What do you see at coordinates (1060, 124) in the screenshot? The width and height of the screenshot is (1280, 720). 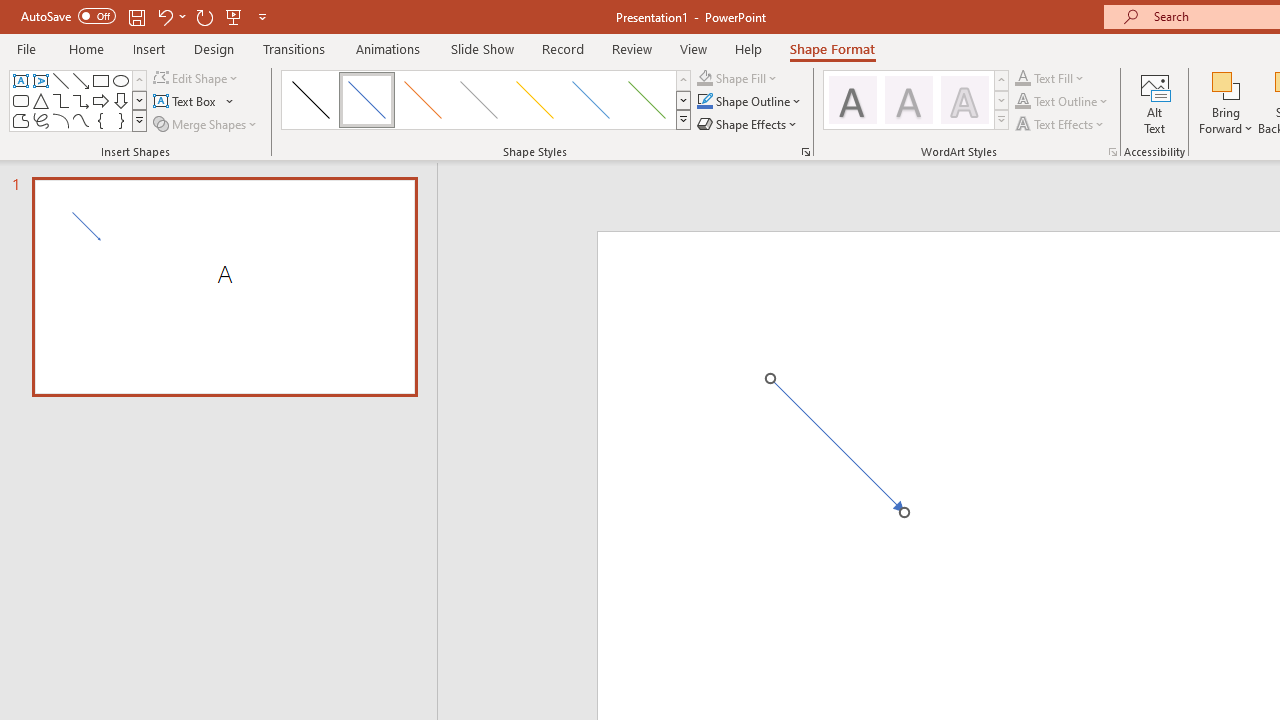 I see `'Text Effects'` at bounding box center [1060, 124].